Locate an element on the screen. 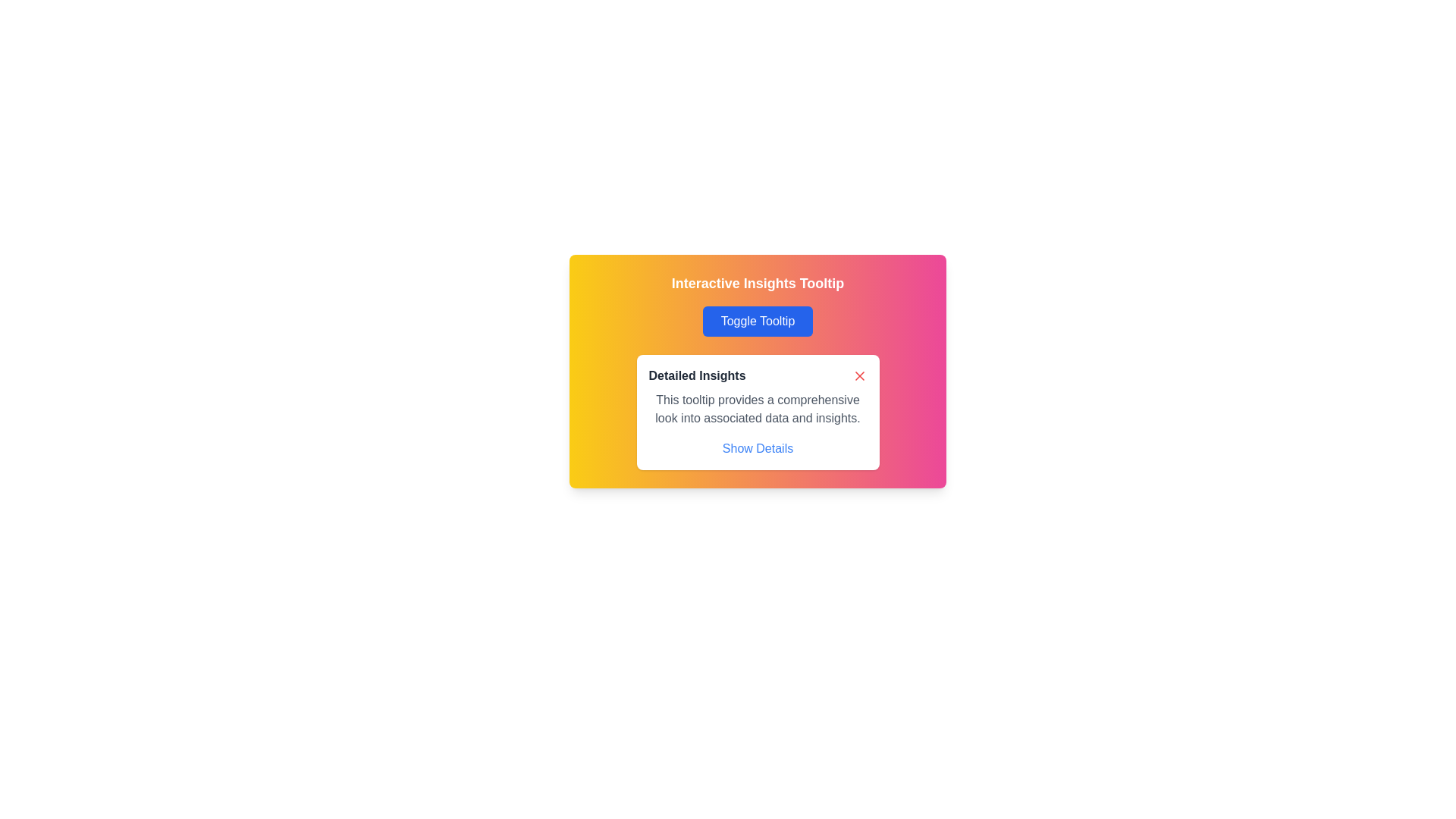  the red 'X' icon in the top-right corner of the 'Detailed Insights' panel is located at coordinates (859, 375).